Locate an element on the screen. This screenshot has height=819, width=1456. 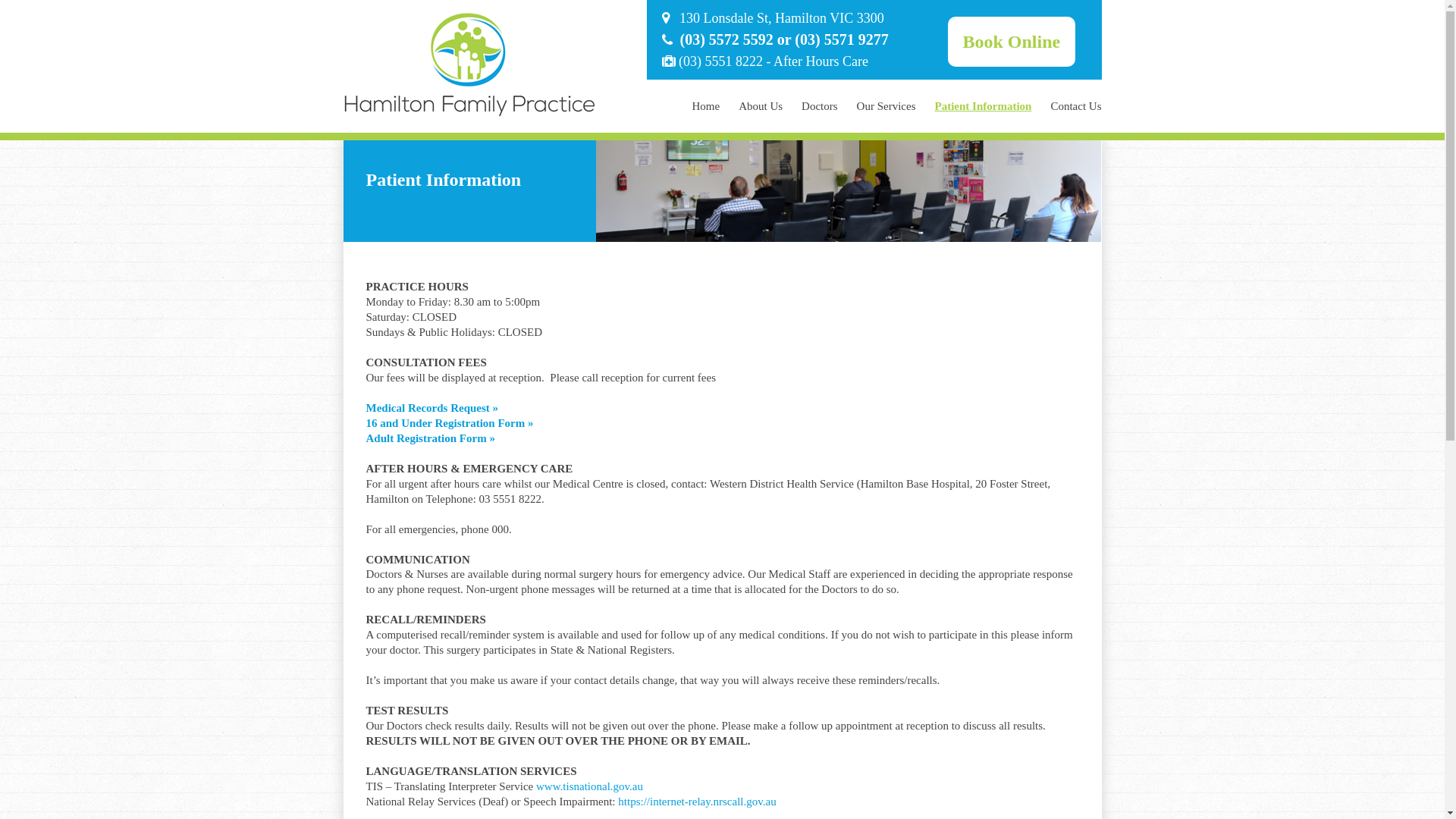
'Doctors' is located at coordinates (818, 105).